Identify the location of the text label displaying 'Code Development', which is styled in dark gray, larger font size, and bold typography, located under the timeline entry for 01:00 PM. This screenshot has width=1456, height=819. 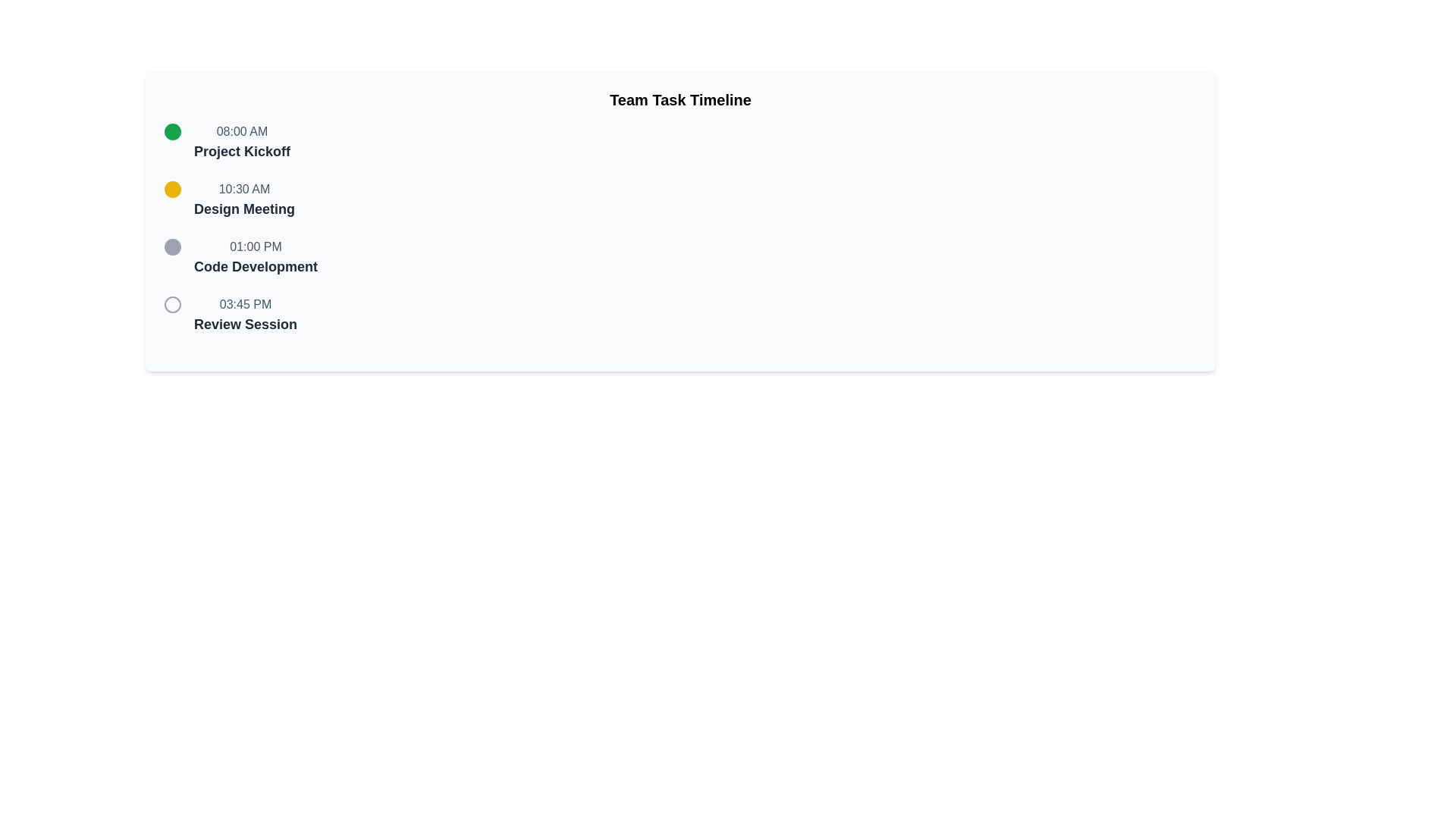
(256, 265).